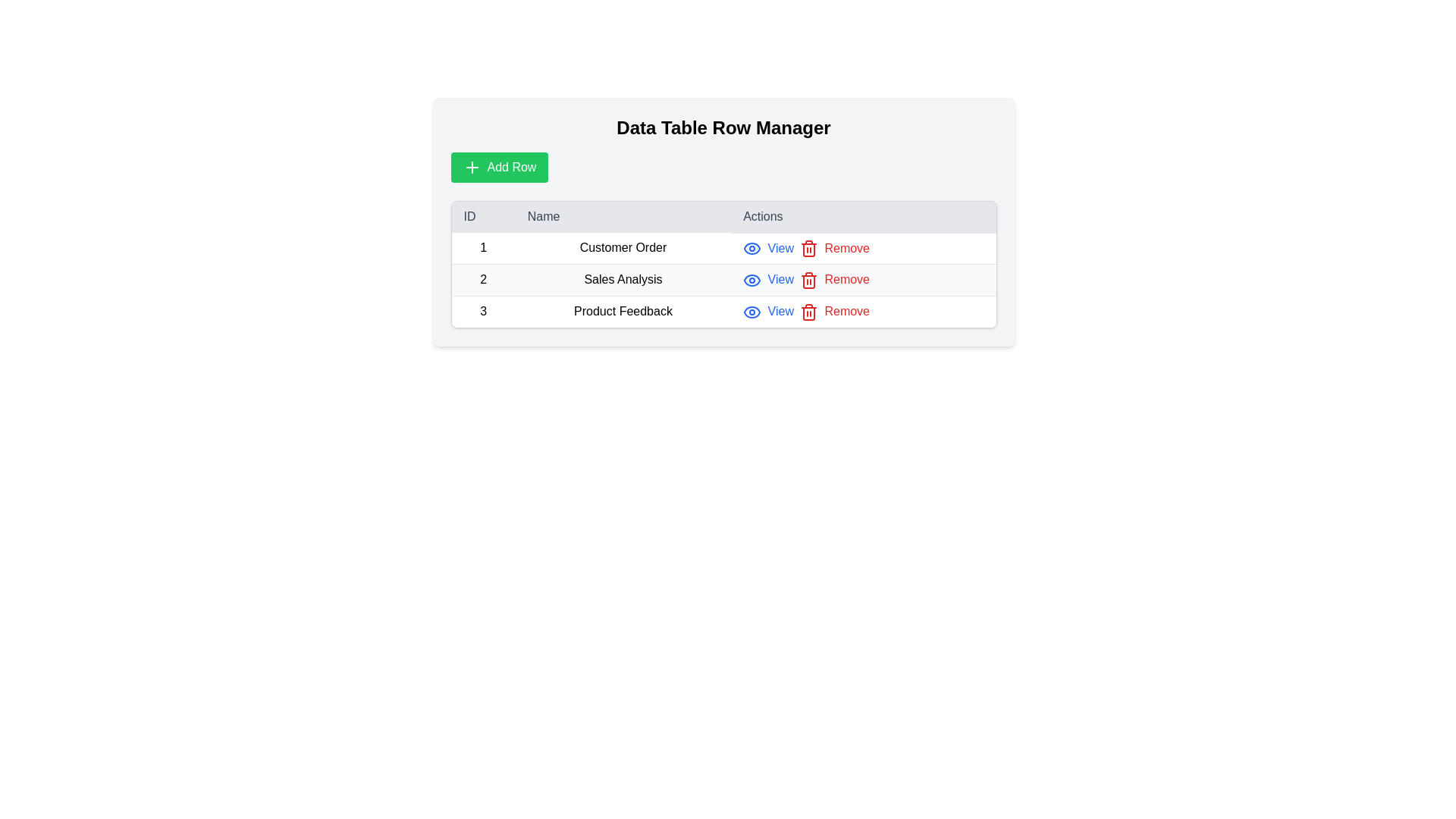  Describe the element at coordinates (482, 280) in the screenshot. I see `the text label displaying the number '2' located in the second row of the data table under the 'ID' column, which is positioned to the immediate left of the 'Sales Analysis' text` at that location.